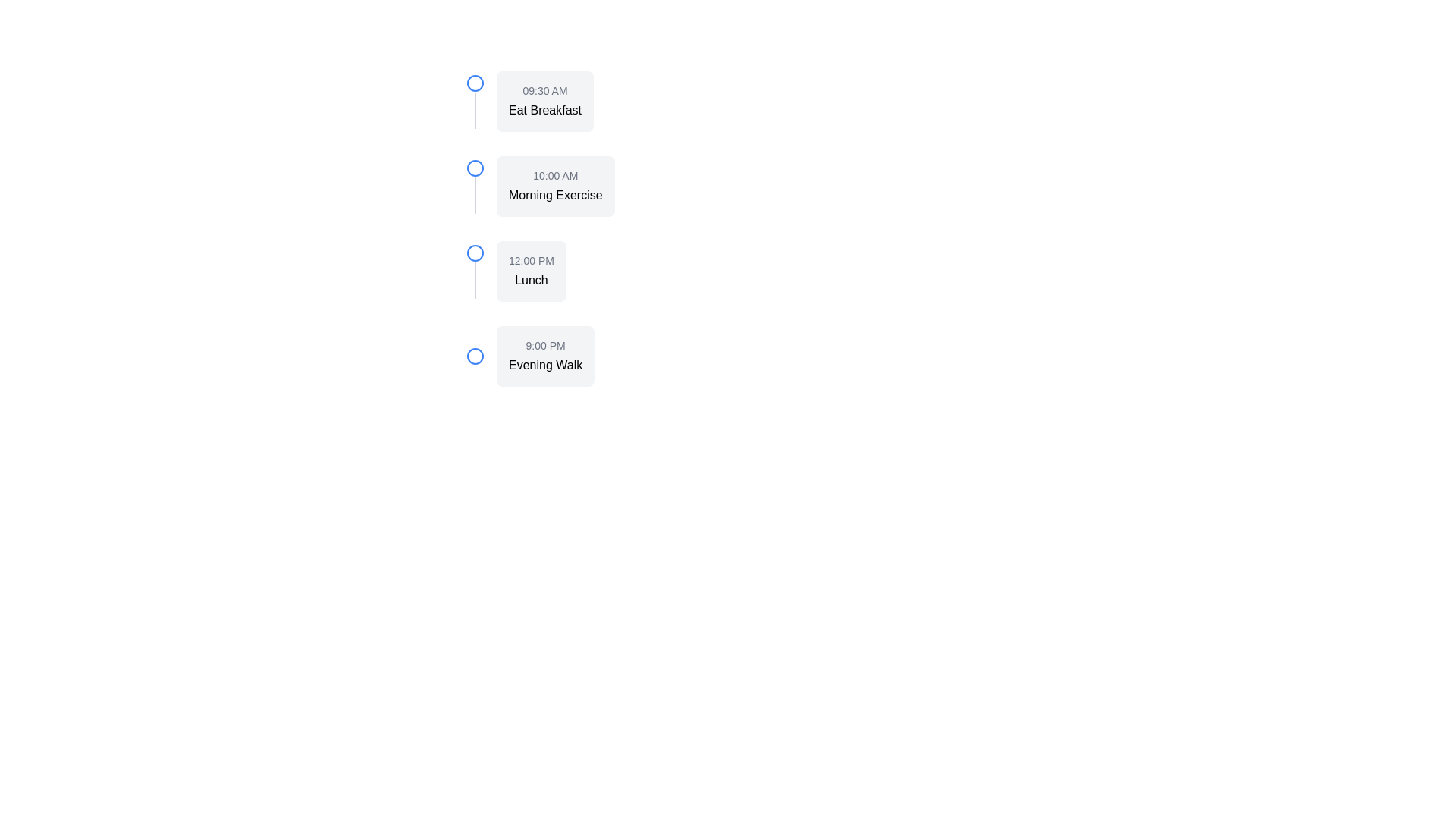 The width and height of the screenshot is (1456, 819). I want to click on the fourth circular marker in the vertical timeline next to the '9:00 PM Evening Walk' label, so click(475, 356).